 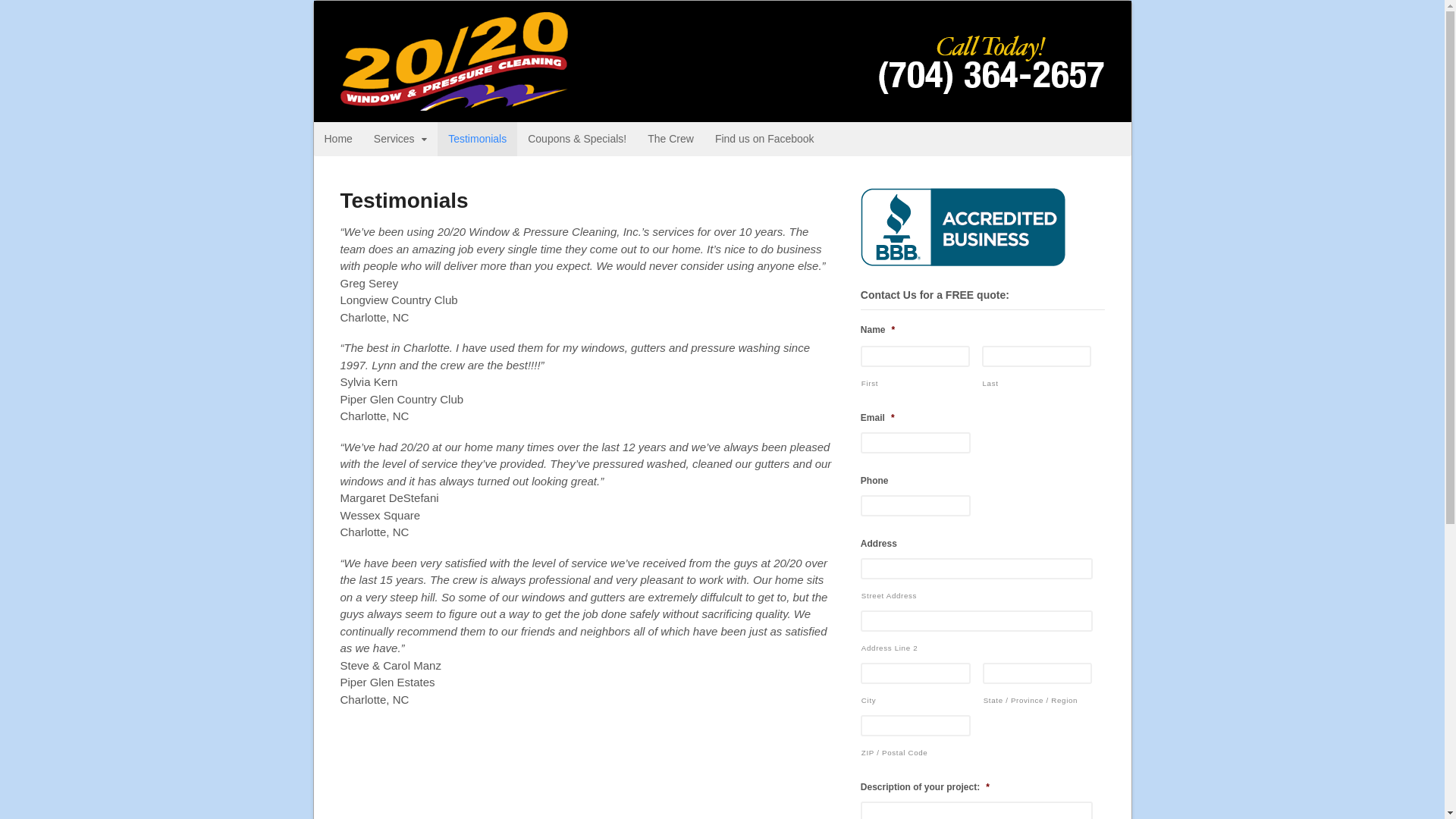 I want to click on 'Home', so click(x=337, y=139).